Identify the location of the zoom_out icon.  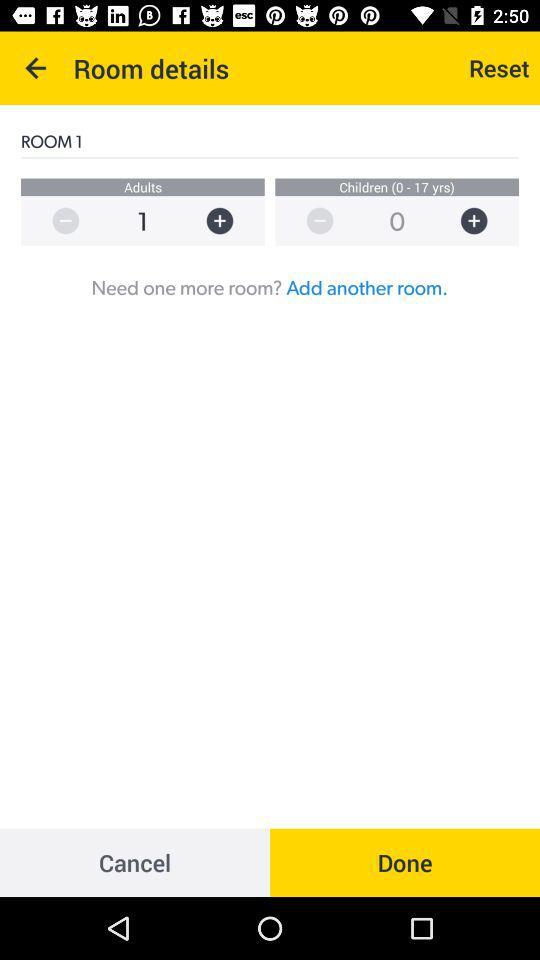
(55, 221).